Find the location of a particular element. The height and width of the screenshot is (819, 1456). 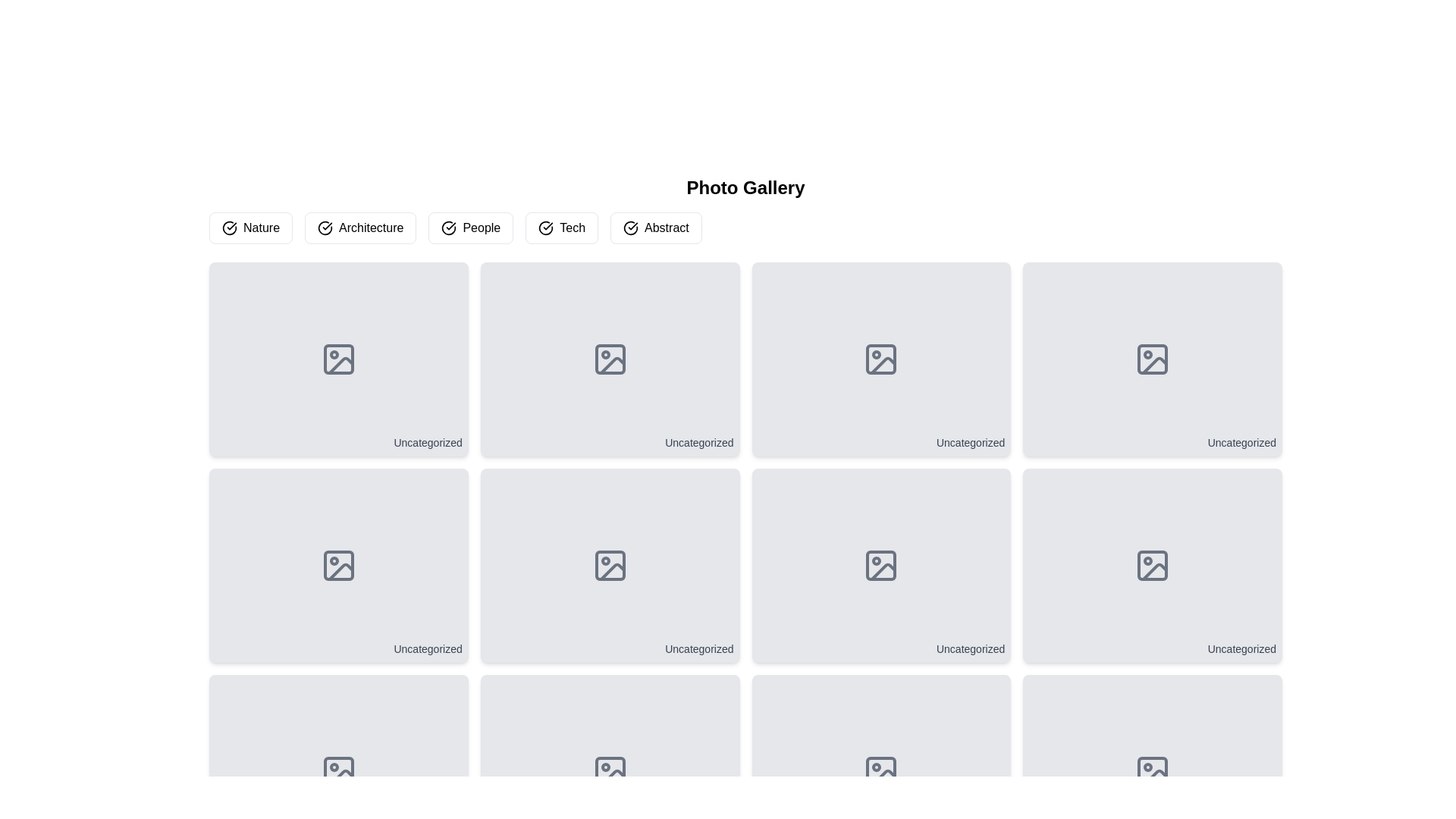

the SVG graphic element that serves as a placeholder for an image, located in the center of the grid tile in the fourth column of the first row is located at coordinates (1153, 359).